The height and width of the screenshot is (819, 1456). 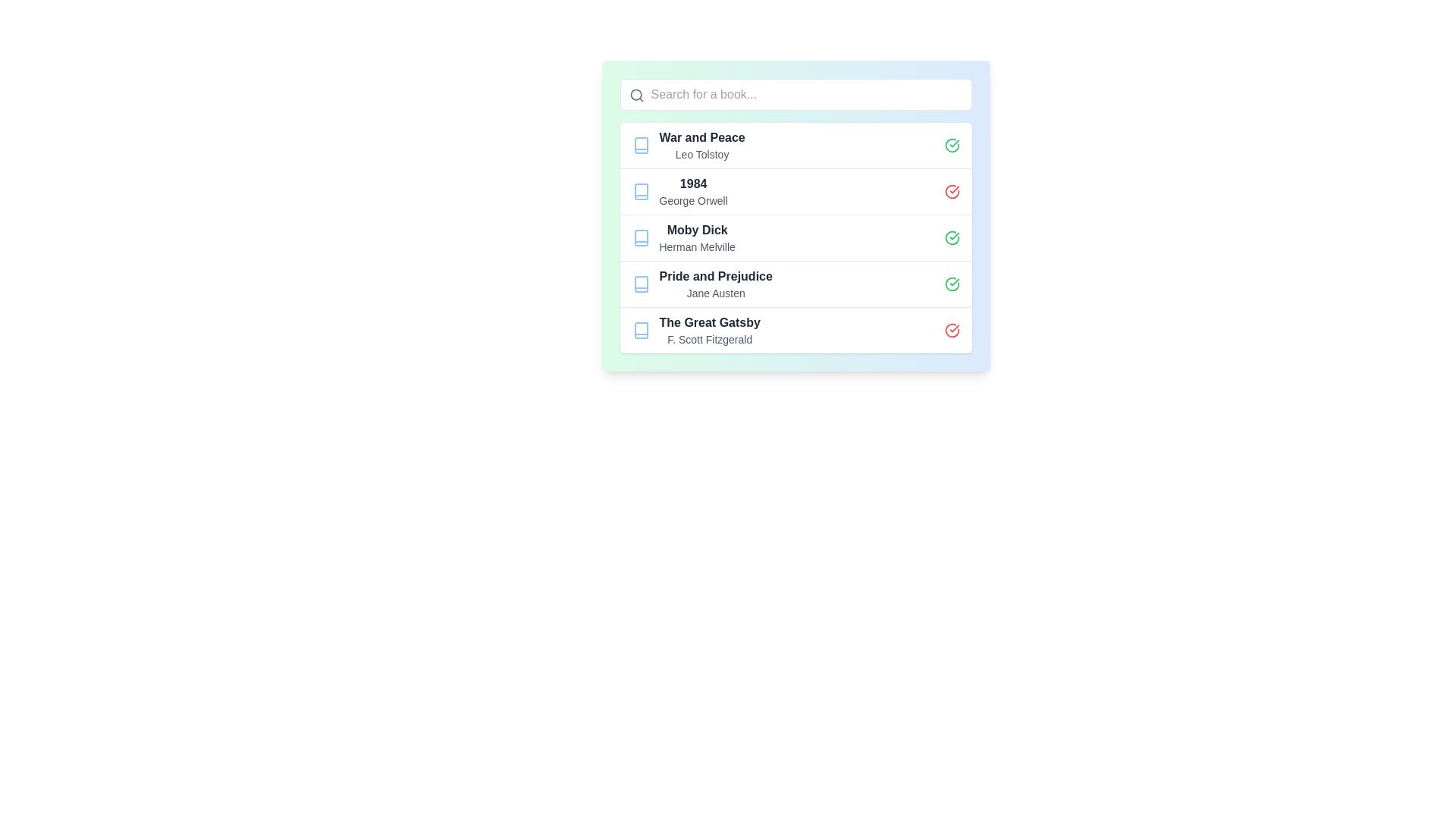 I want to click on text label providing the author's name located directly beneath the bold text 'War and Peace' in the first item of the vertical list, so click(x=701, y=155).